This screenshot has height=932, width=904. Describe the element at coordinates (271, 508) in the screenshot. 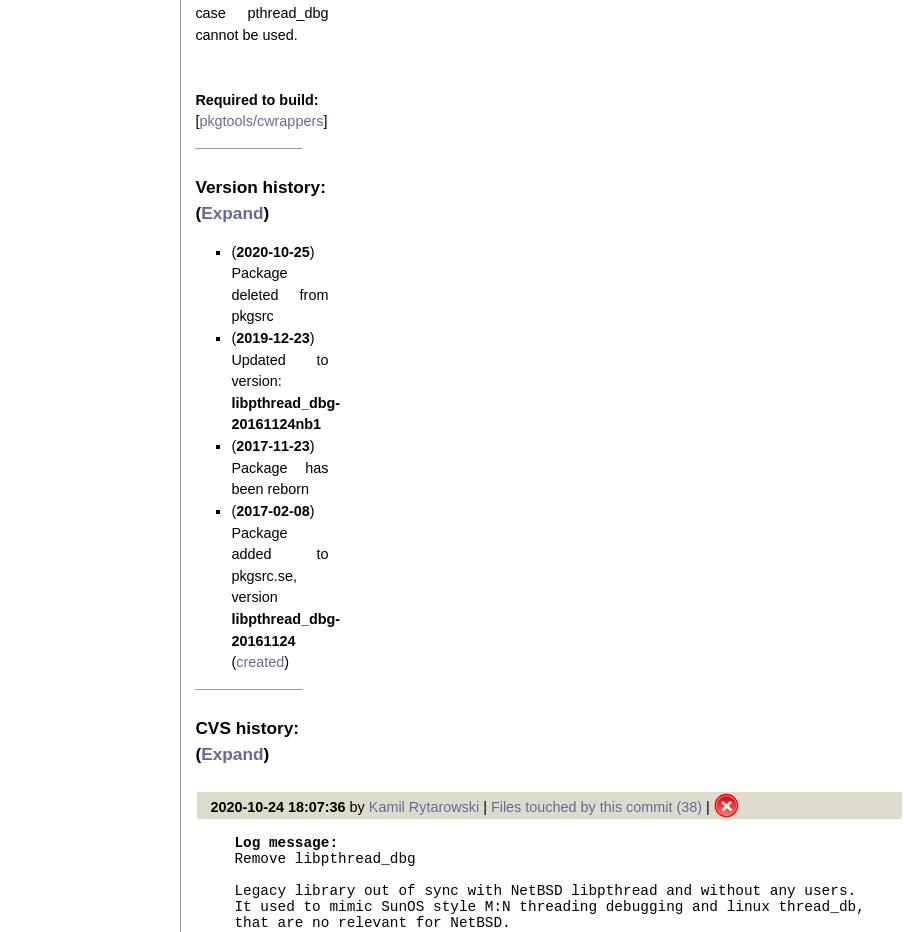

I see `'2017-02-08'` at that location.